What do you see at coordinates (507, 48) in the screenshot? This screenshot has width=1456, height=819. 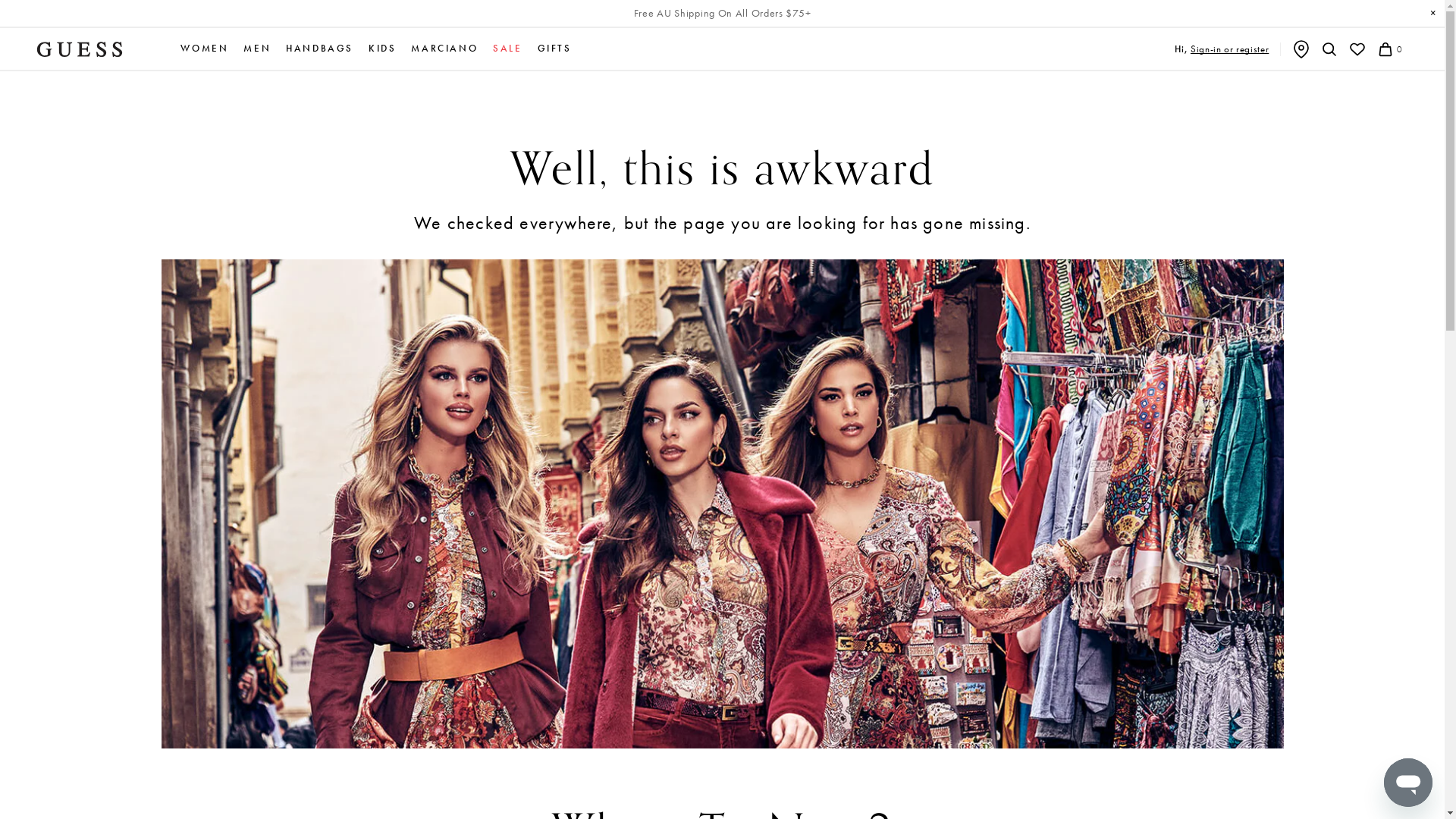 I see `'SALE'` at bounding box center [507, 48].